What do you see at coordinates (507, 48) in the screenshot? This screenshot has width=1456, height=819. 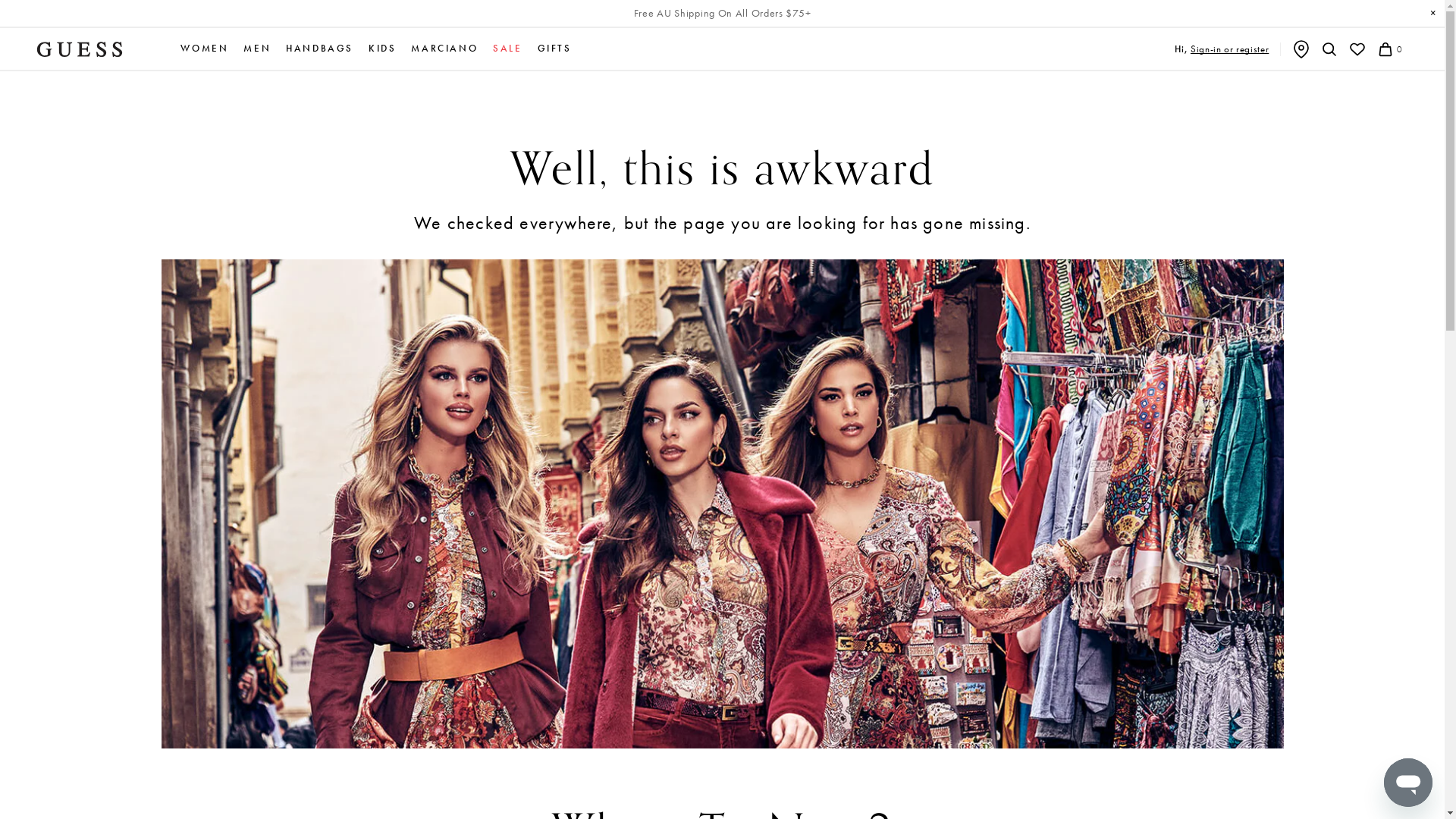 I see `'SALE'` at bounding box center [507, 48].